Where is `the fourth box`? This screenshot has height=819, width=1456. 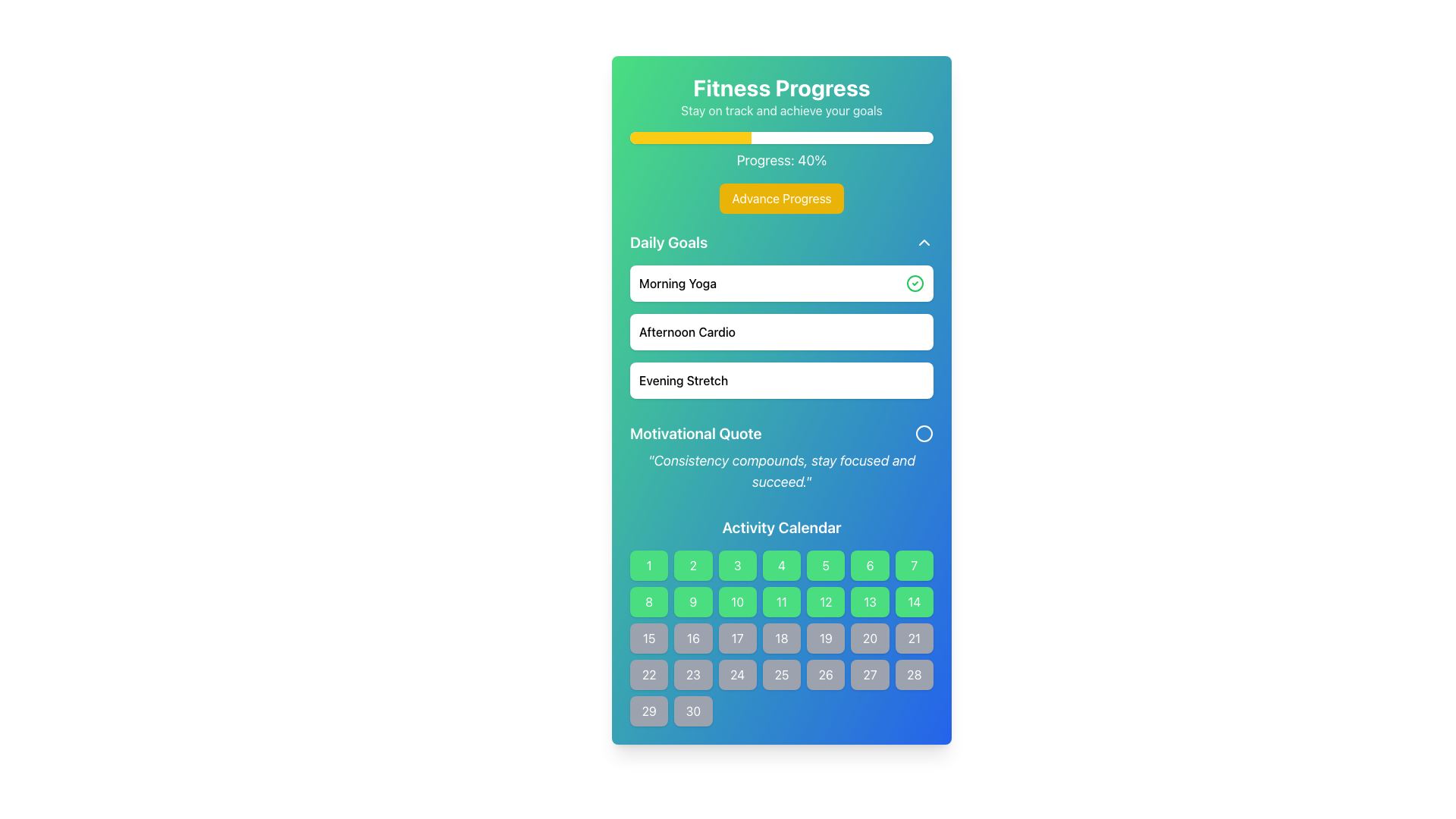 the fourth box is located at coordinates (782, 565).